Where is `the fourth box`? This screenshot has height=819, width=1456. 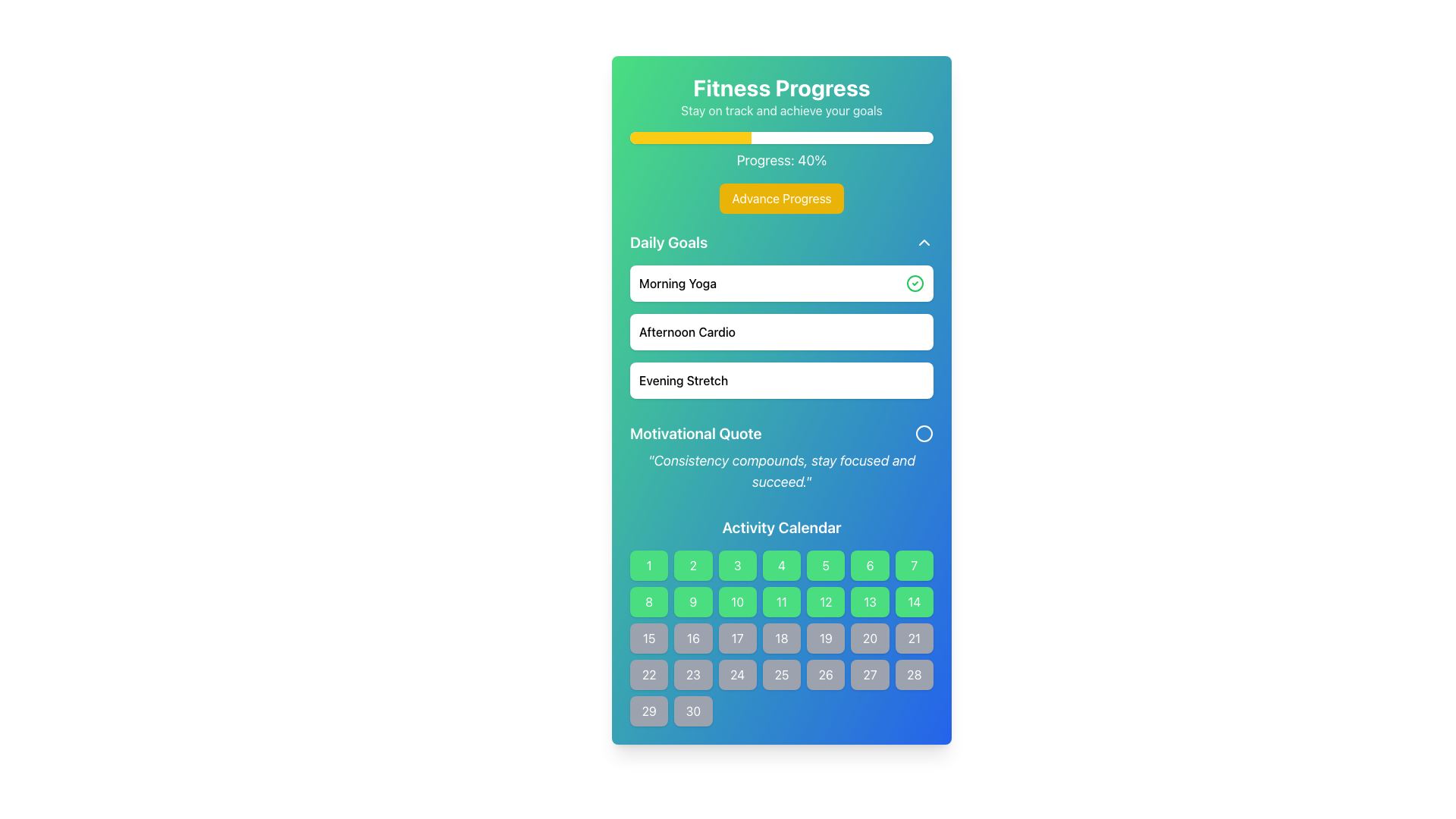 the fourth box is located at coordinates (782, 565).